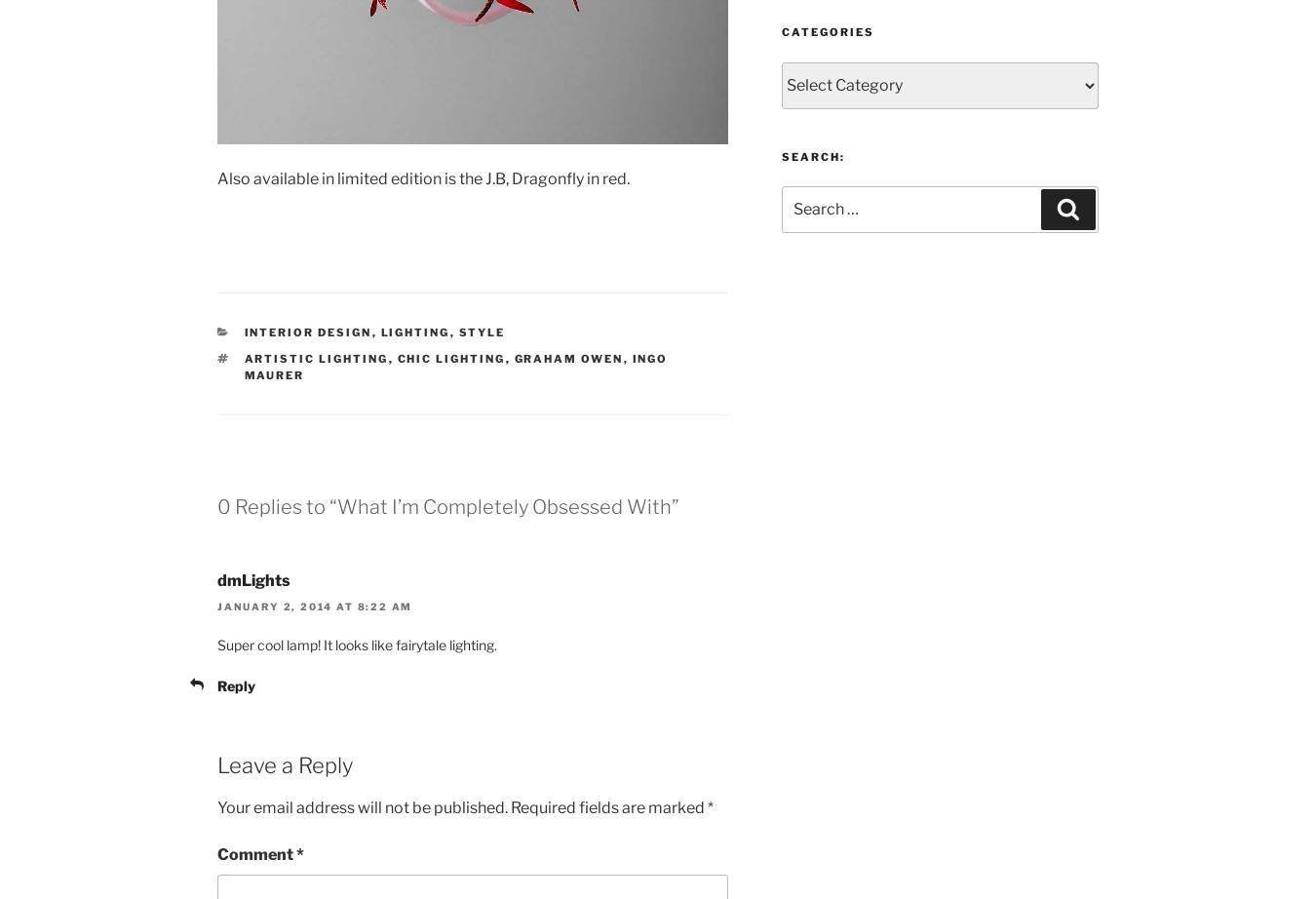  What do you see at coordinates (315, 357) in the screenshot?
I see `'Artistic Lighting'` at bounding box center [315, 357].